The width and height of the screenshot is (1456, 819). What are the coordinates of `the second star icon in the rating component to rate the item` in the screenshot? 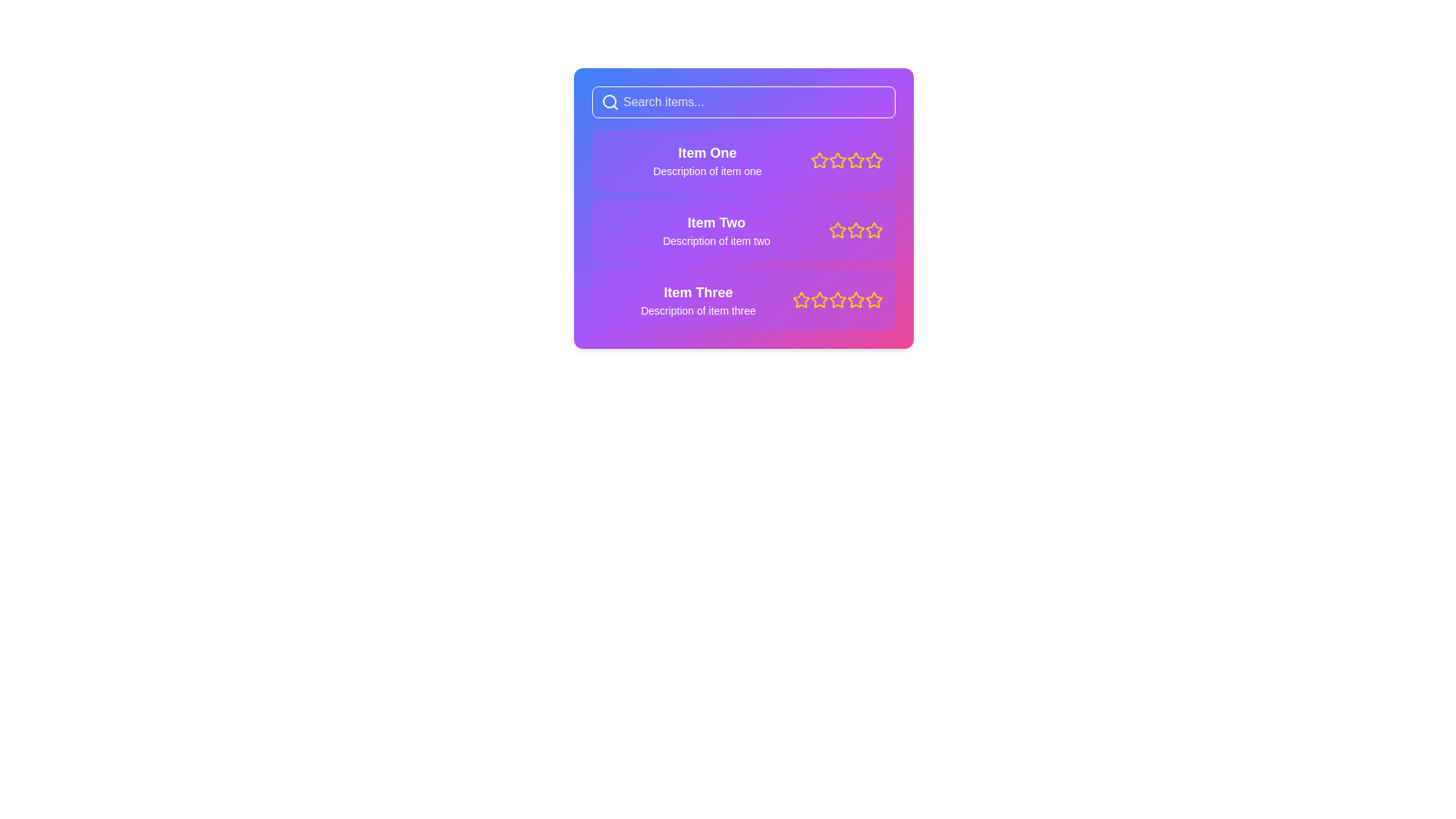 It's located at (855, 231).